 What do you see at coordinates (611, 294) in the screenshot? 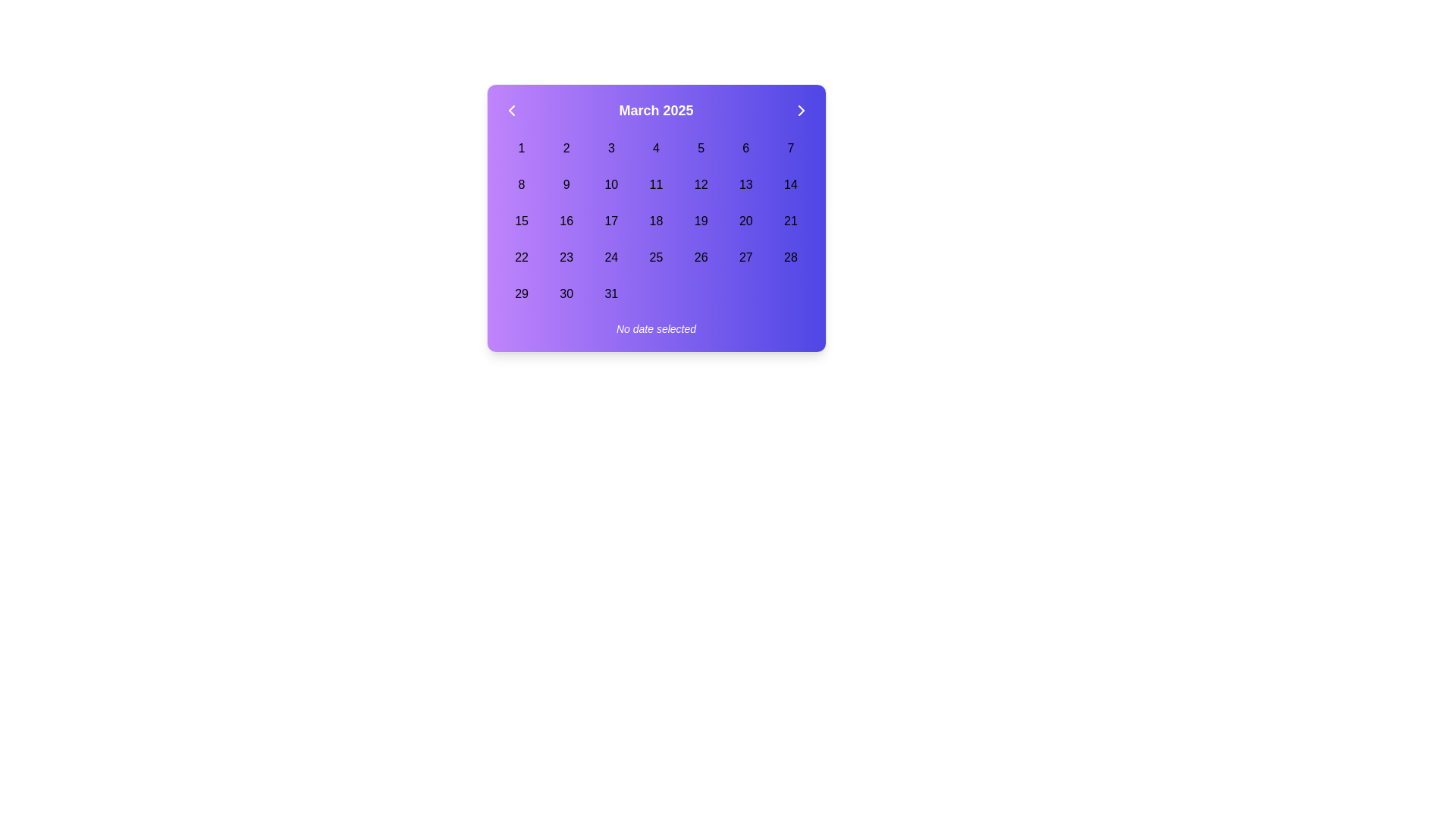
I see `the button indicating the date '31' in the calendar` at bounding box center [611, 294].